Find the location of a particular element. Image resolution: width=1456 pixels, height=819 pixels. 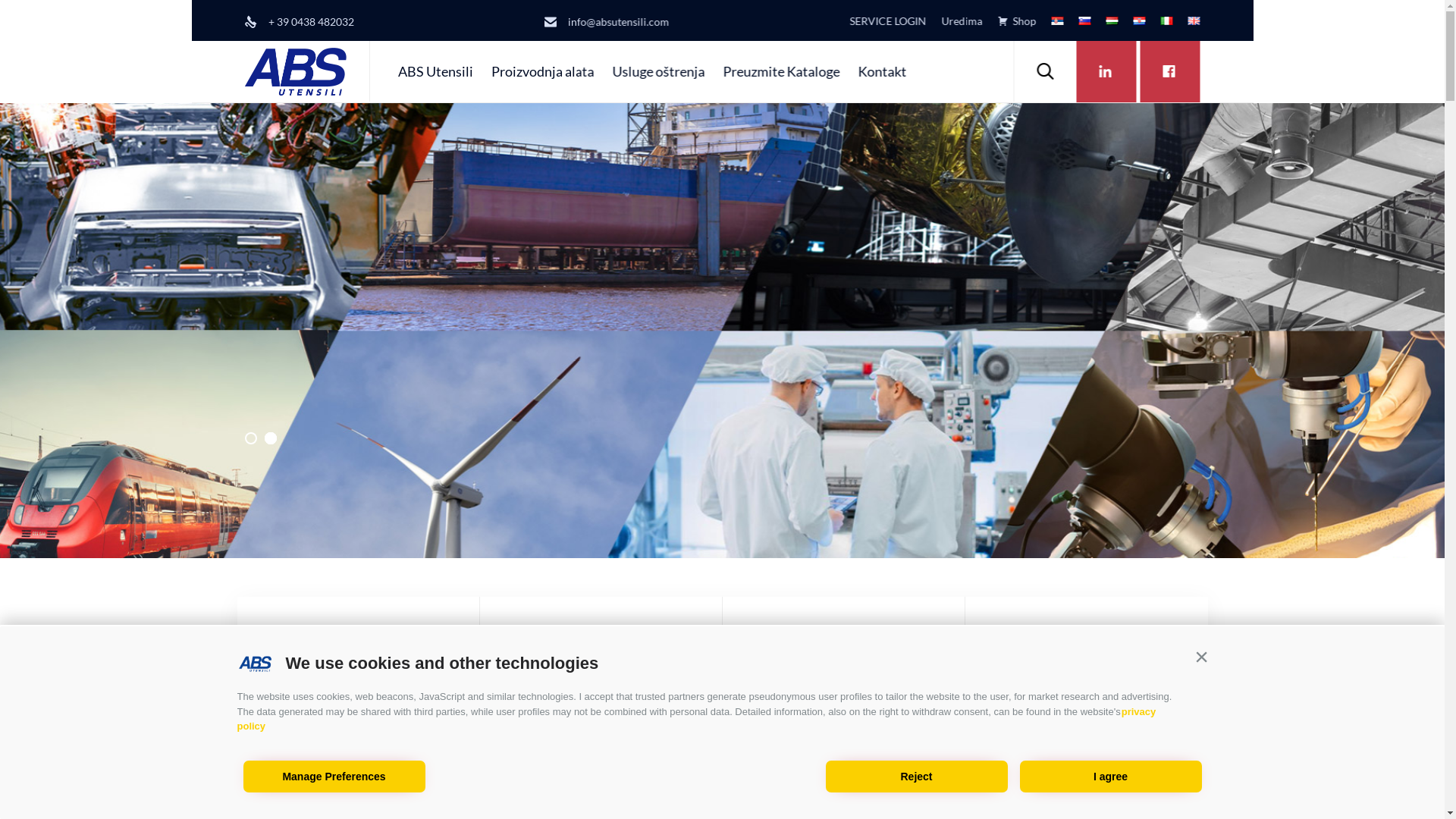

'Reject' is located at coordinates (915, 776).